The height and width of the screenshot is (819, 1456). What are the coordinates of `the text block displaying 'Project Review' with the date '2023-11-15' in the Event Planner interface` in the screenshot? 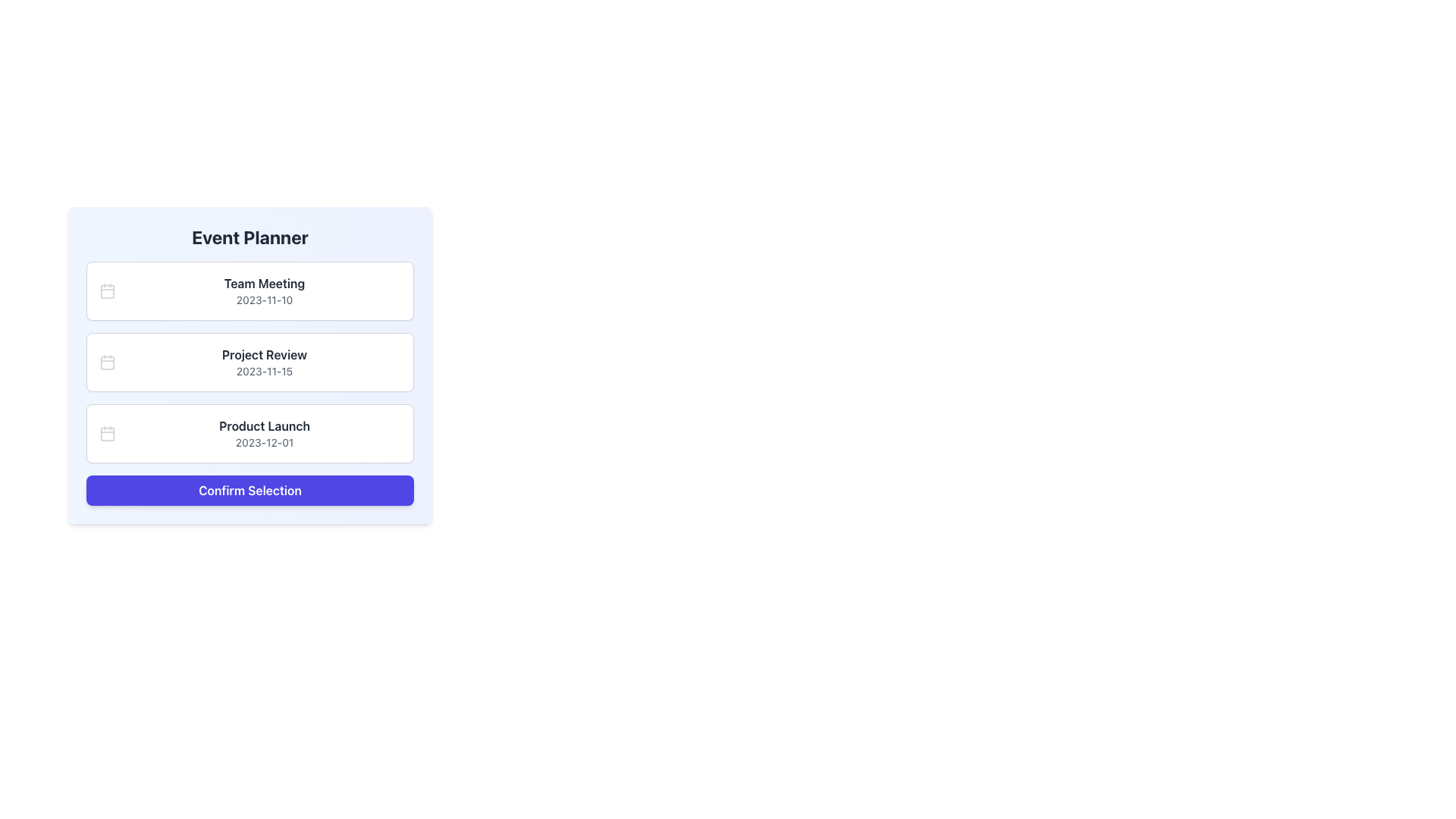 It's located at (265, 362).